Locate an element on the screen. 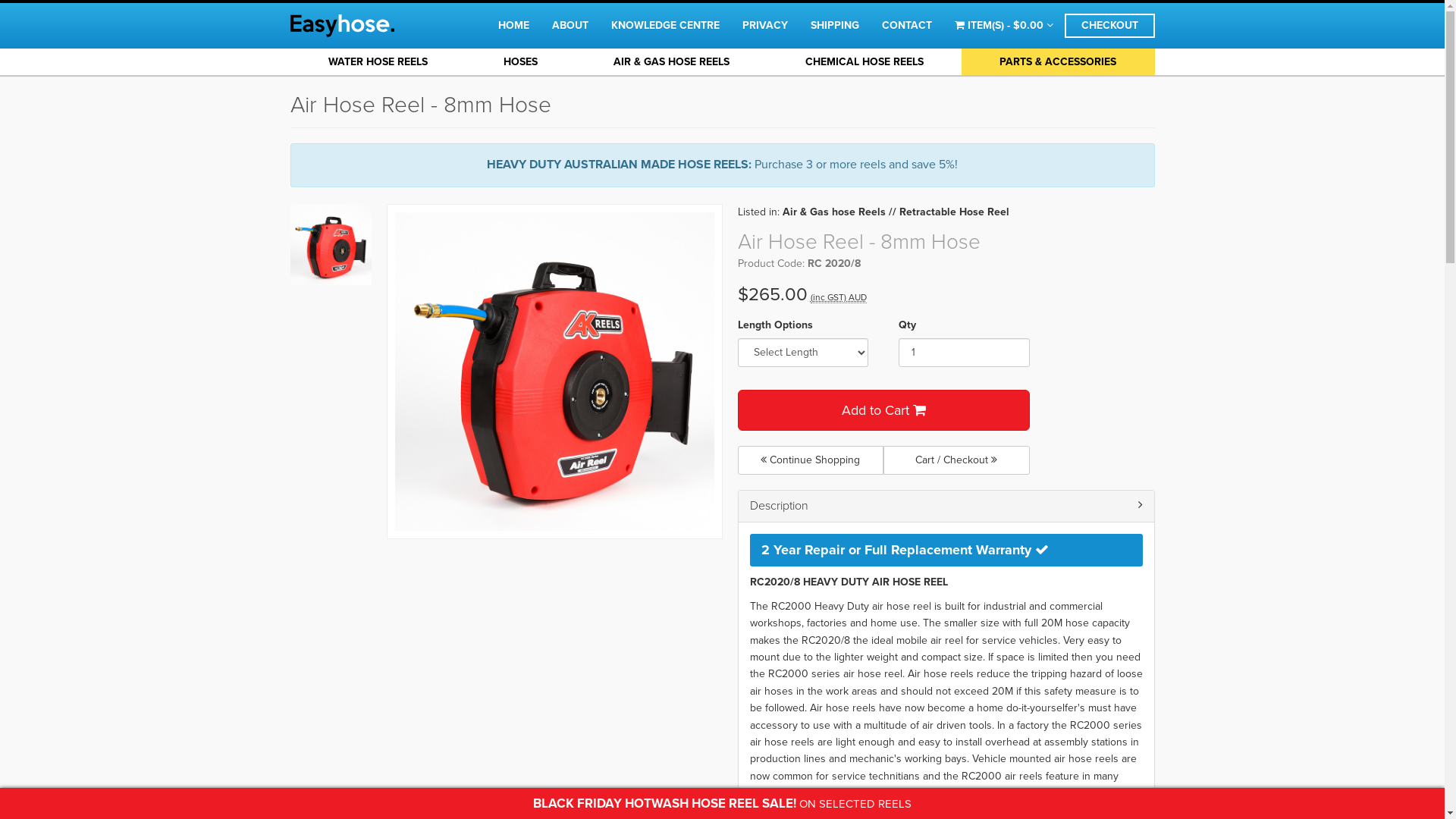 This screenshot has width=1456, height=819. 'HOSES' is located at coordinates (520, 61).